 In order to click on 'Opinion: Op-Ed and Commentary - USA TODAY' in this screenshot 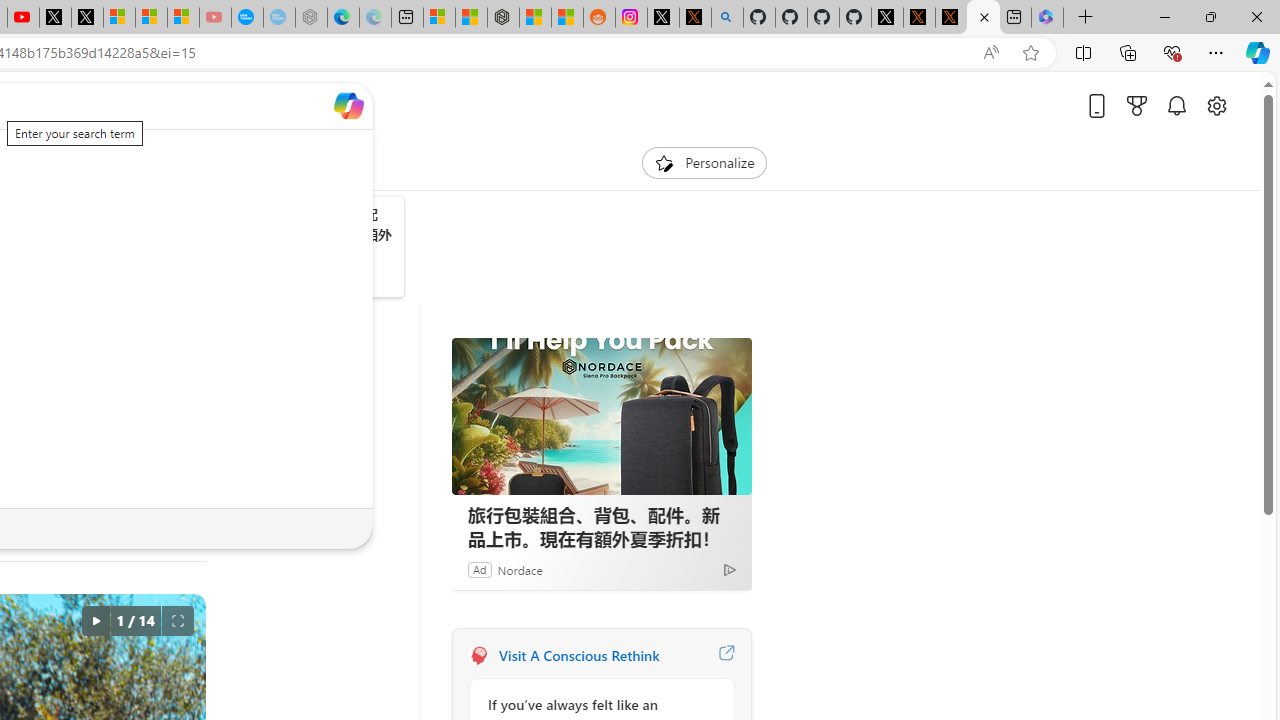, I will do `click(246, 17)`.